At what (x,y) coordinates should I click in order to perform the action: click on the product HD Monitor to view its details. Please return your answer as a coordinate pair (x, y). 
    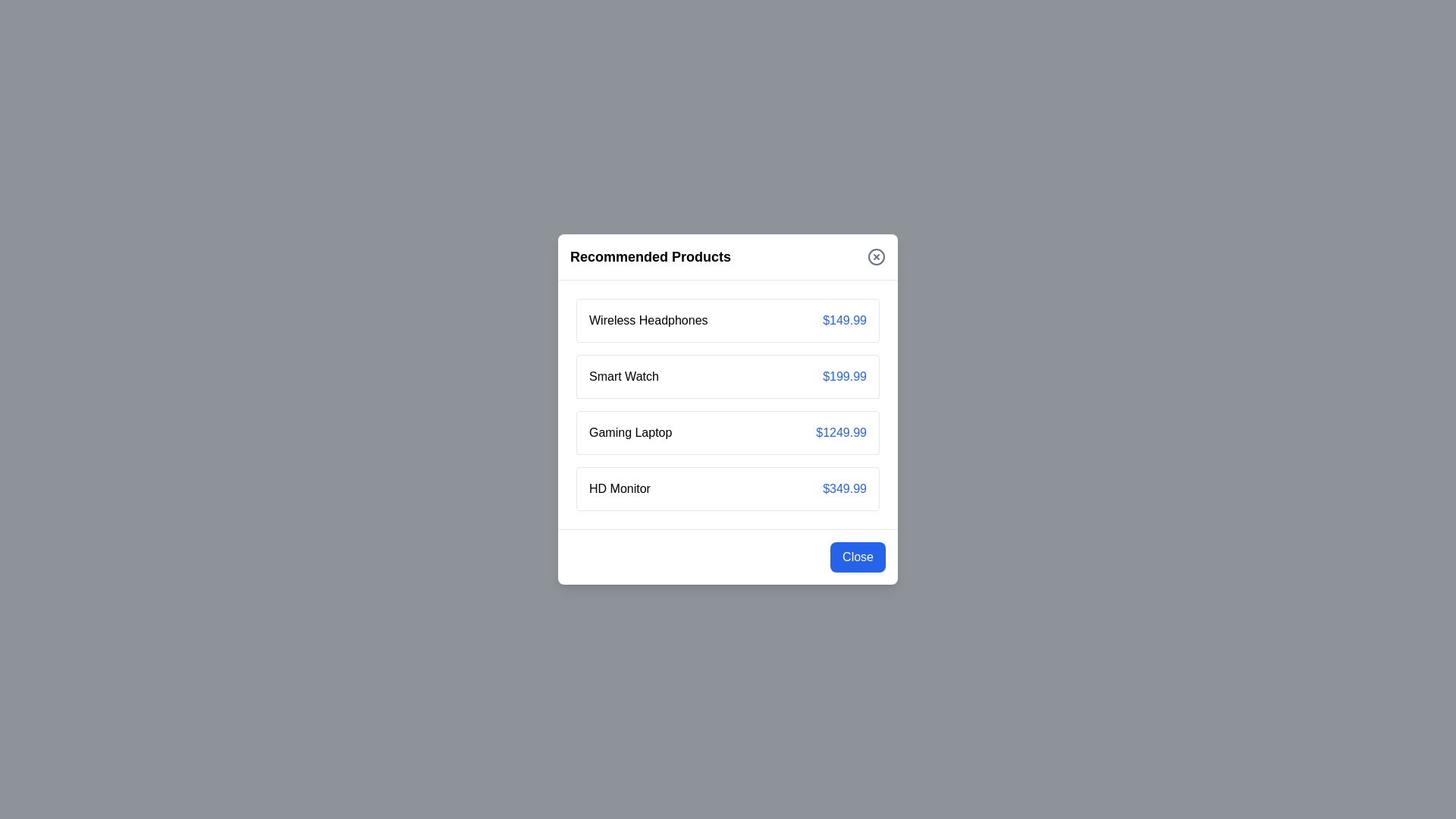
    Looking at the image, I should click on (619, 488).